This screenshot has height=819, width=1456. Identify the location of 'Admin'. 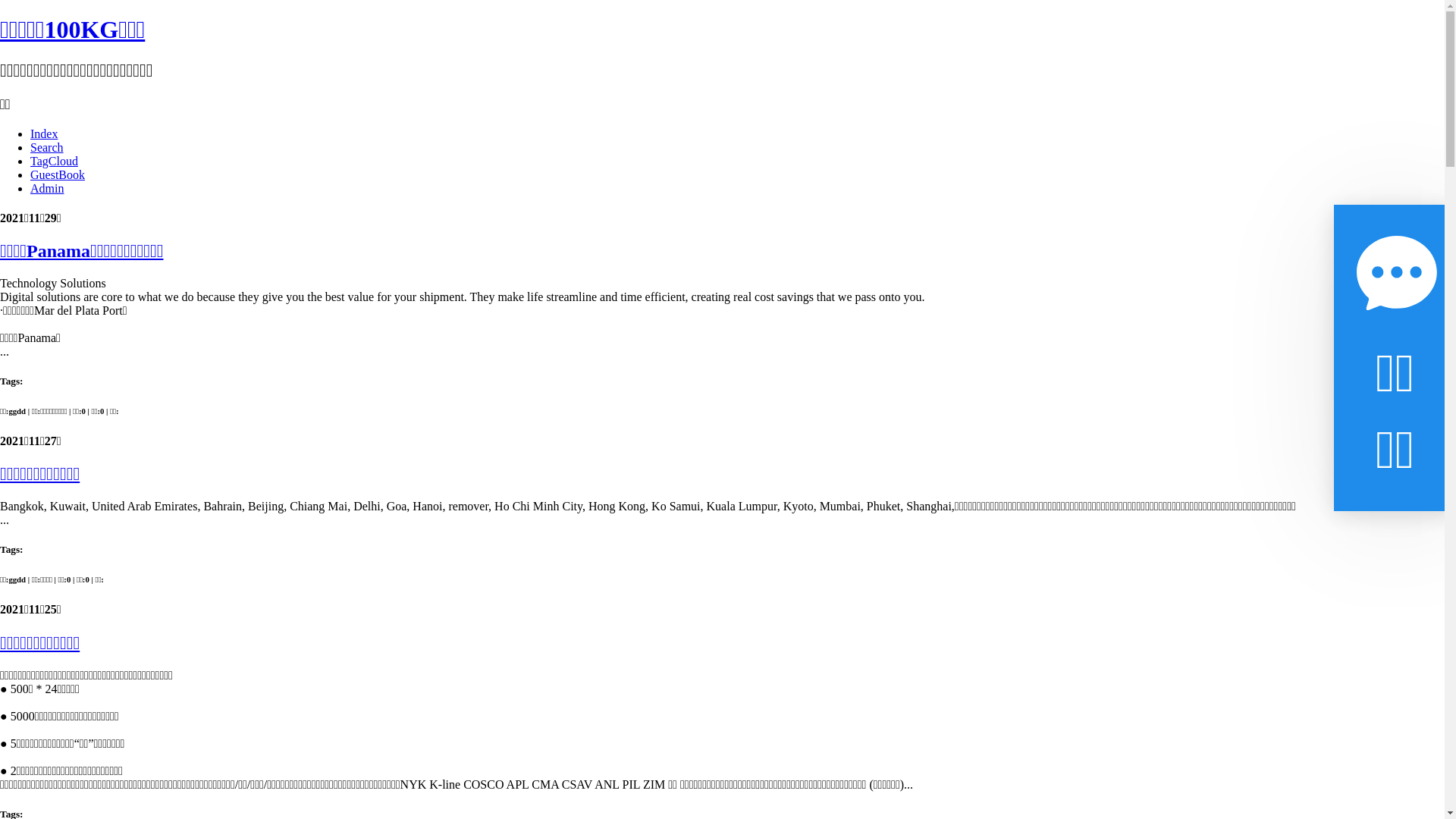
(47, 187).